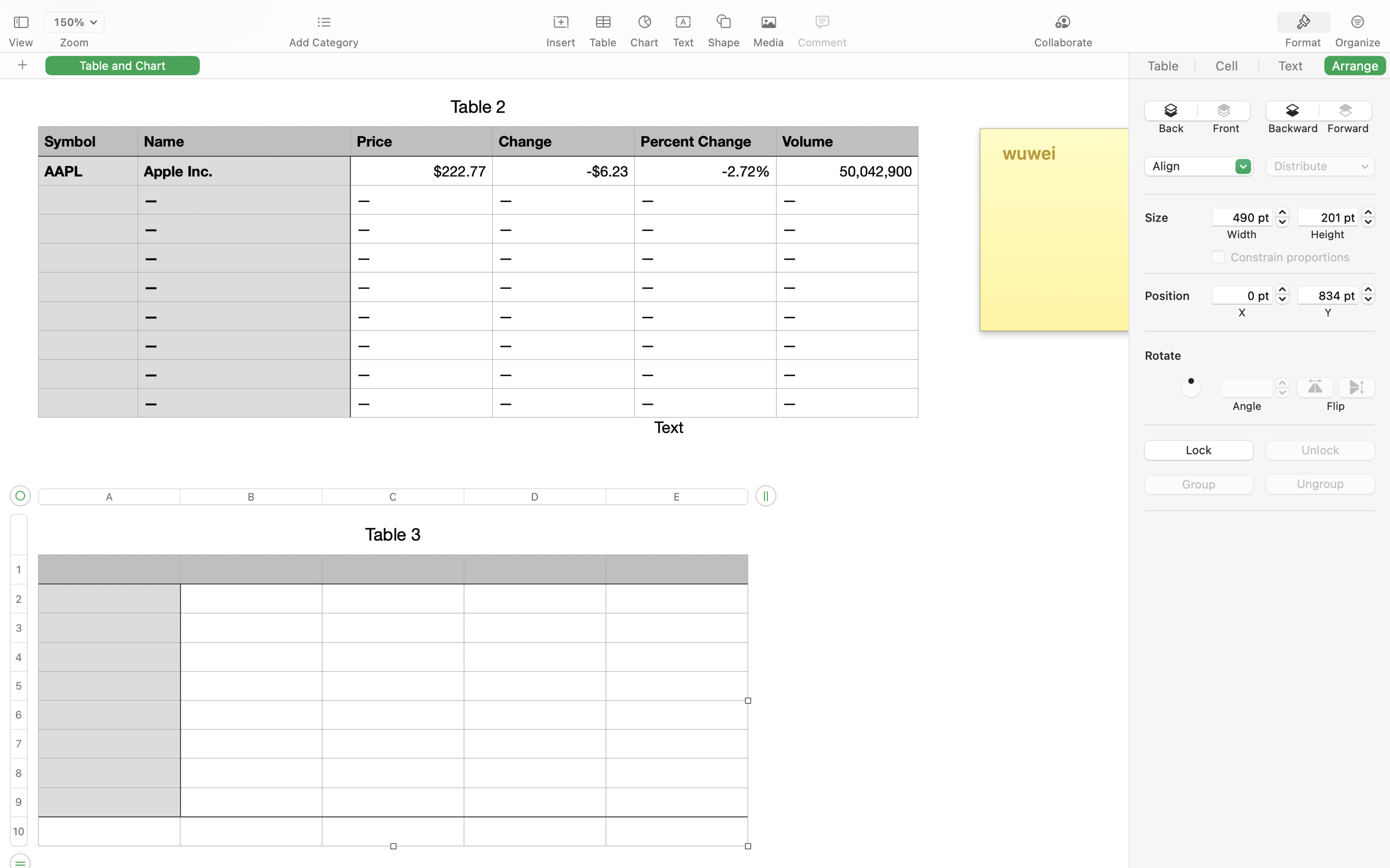  Describe the element at coordinates (1242, 312) in the screenshot. I see `'X'` at that location.